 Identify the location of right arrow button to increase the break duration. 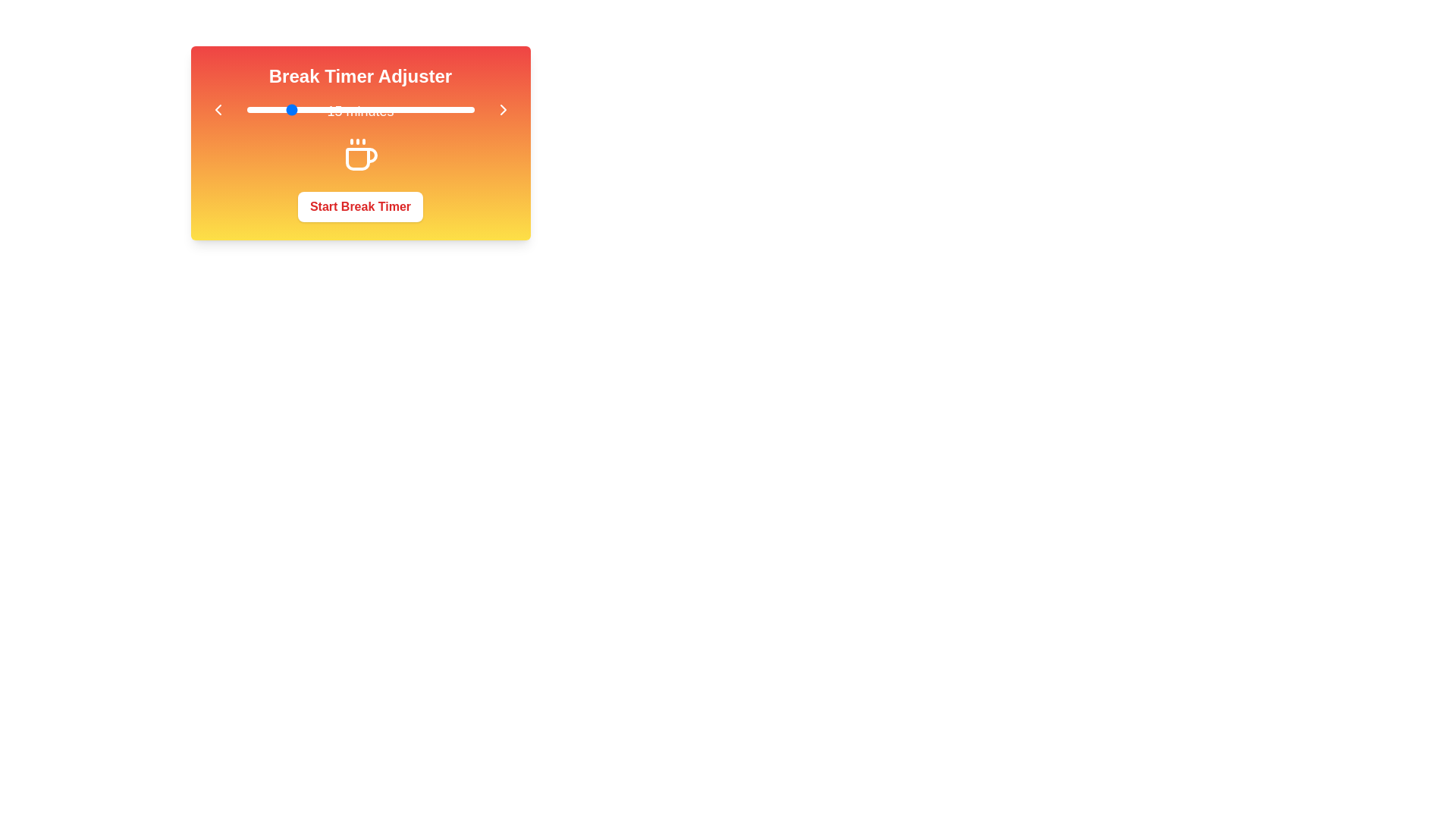
(503, 109).